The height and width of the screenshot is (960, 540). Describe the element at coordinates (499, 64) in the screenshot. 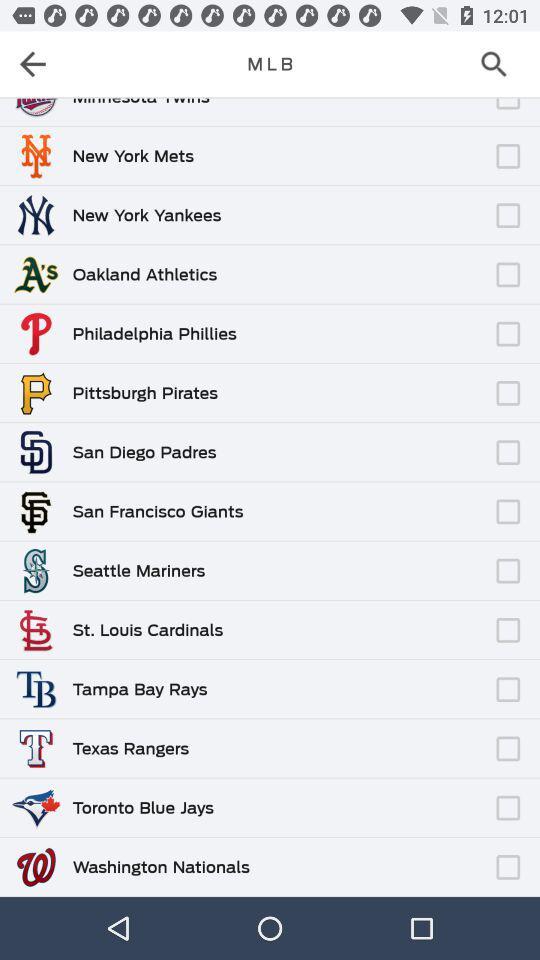

I see `search` at that location.